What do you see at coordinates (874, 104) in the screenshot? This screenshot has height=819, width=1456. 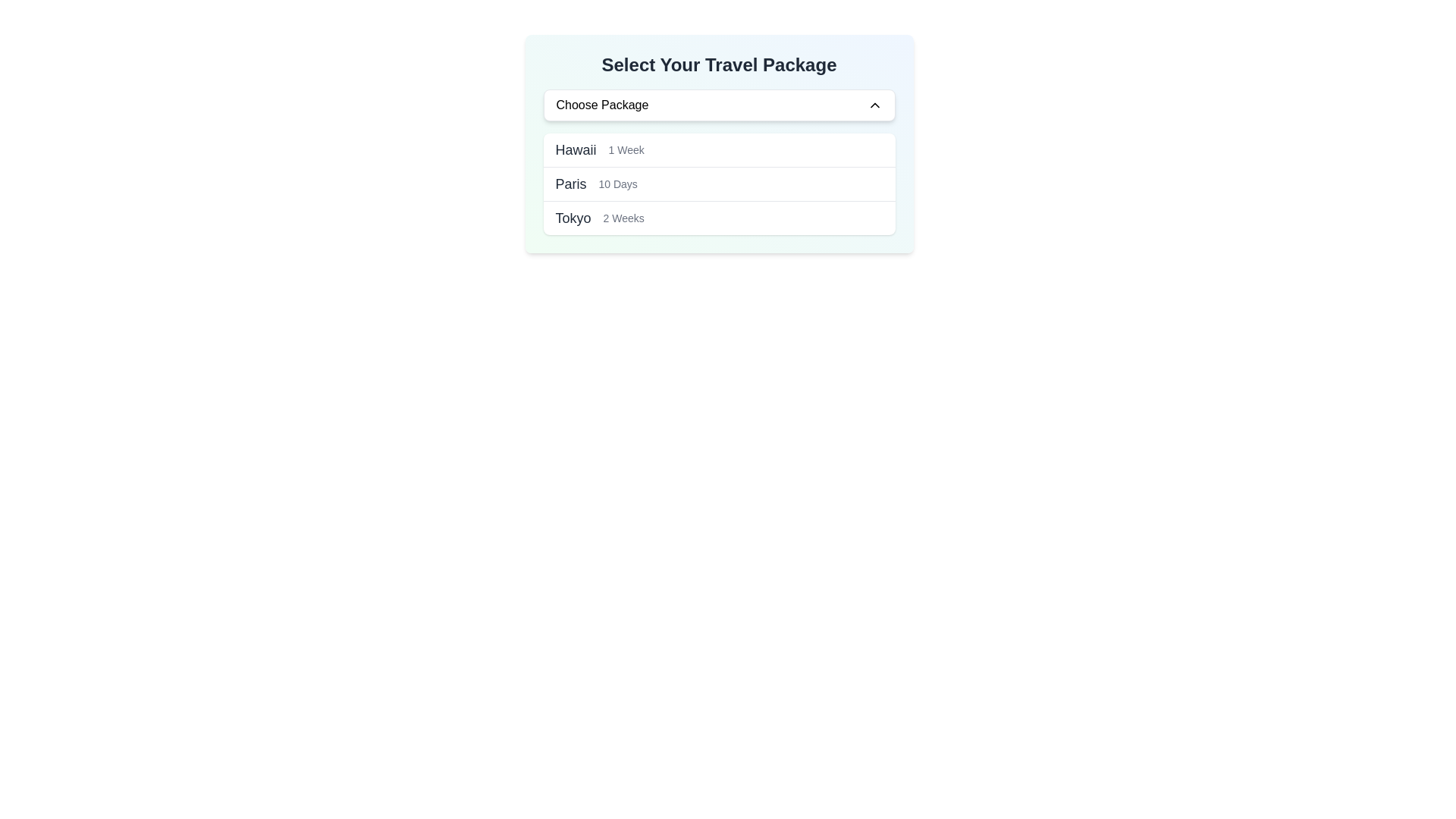 I see `the upward arrow icon used for collapsing the 'Choose Package' dropdown selector for accessibility purposes` at bounding box center [874, 104].